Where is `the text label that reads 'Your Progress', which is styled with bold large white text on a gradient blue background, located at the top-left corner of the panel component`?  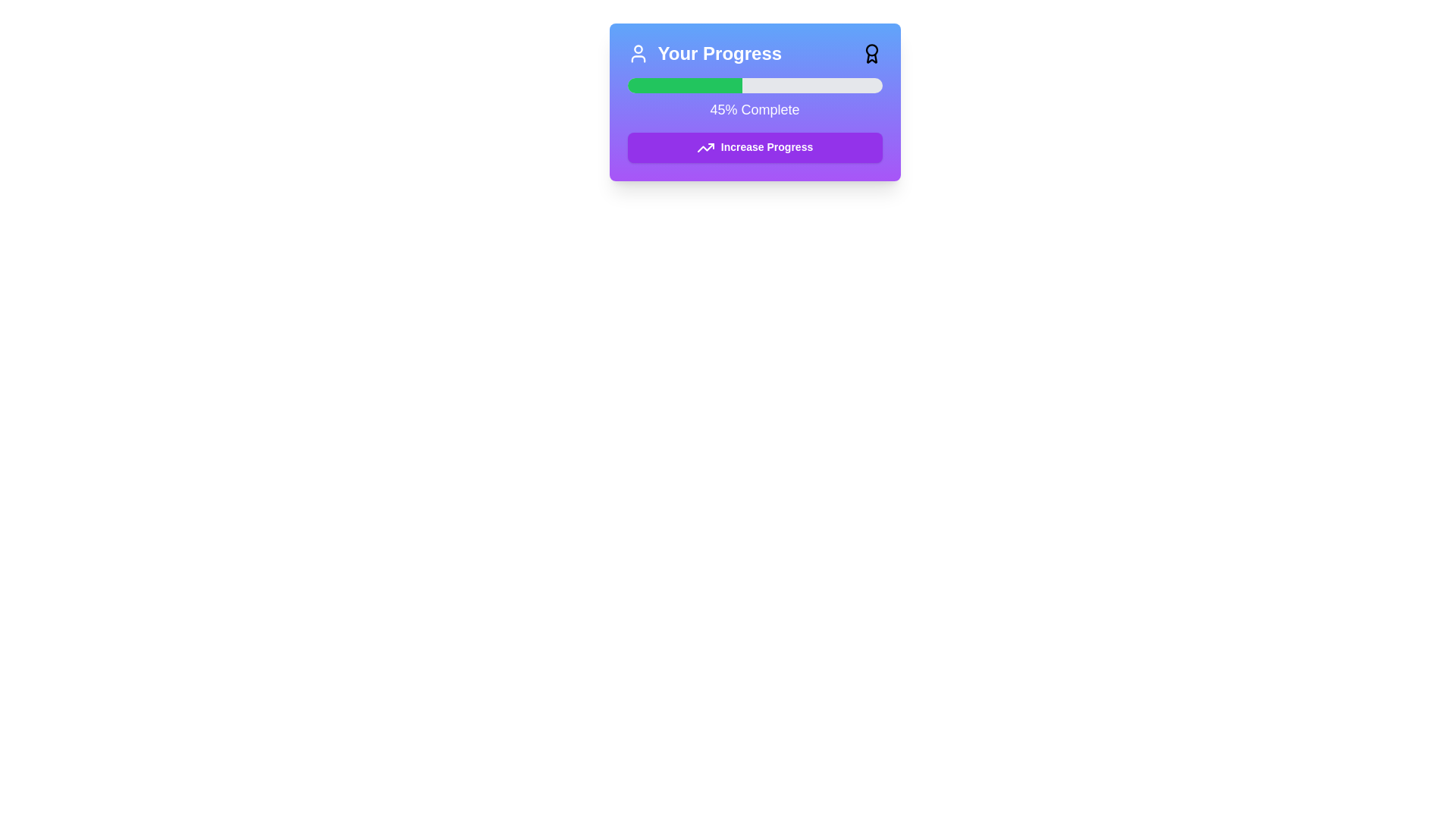 the text label that reads 'Your Progress', which is styled with bold large white text on a gradient blue background, located at the top-left corner of the panel component is located at coordinates (719, 52).